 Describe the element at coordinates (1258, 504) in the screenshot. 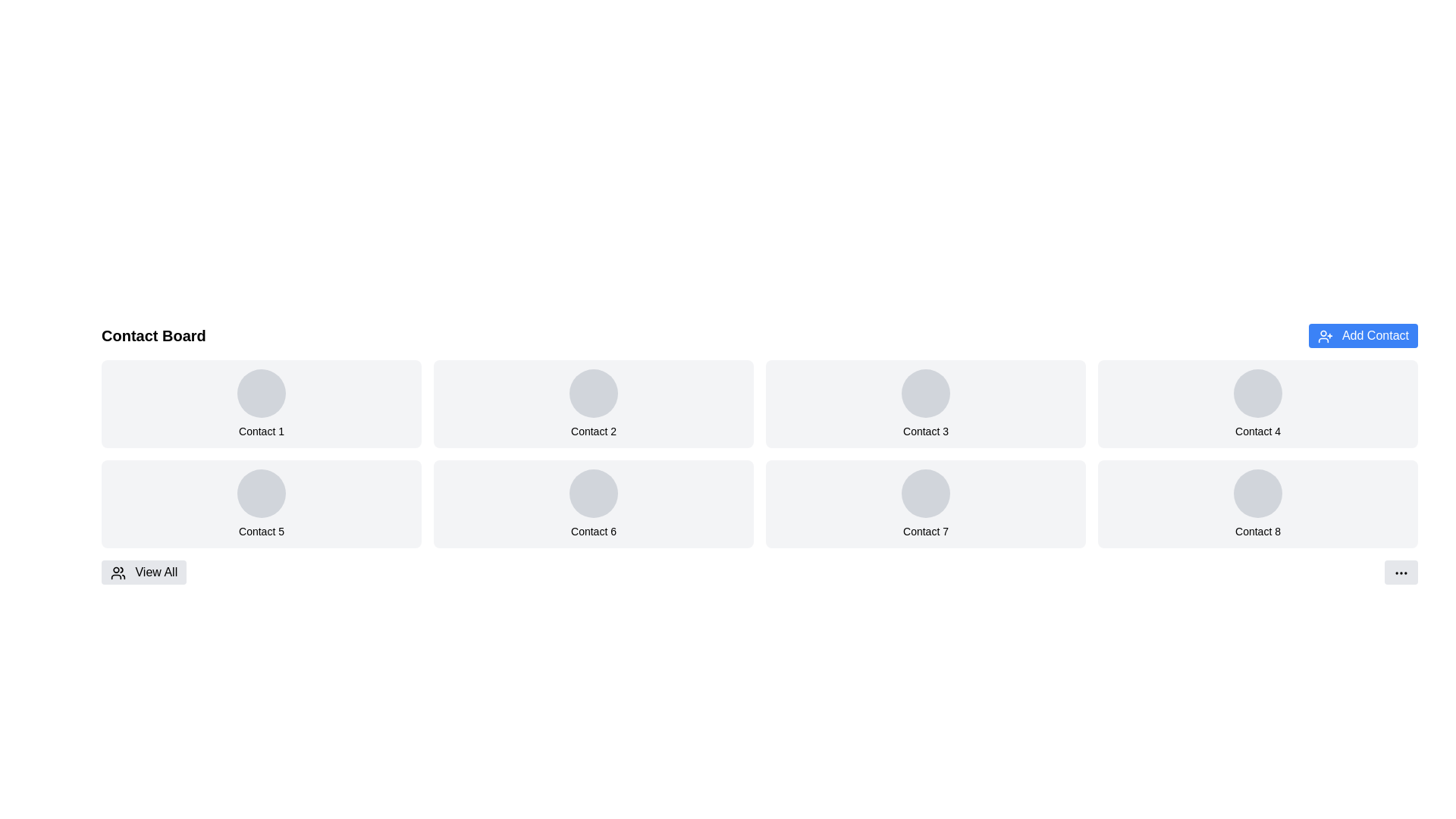

I see `the card representing 'Contact 8' which is located at the bottom-right corner of the grid layout` at that location.